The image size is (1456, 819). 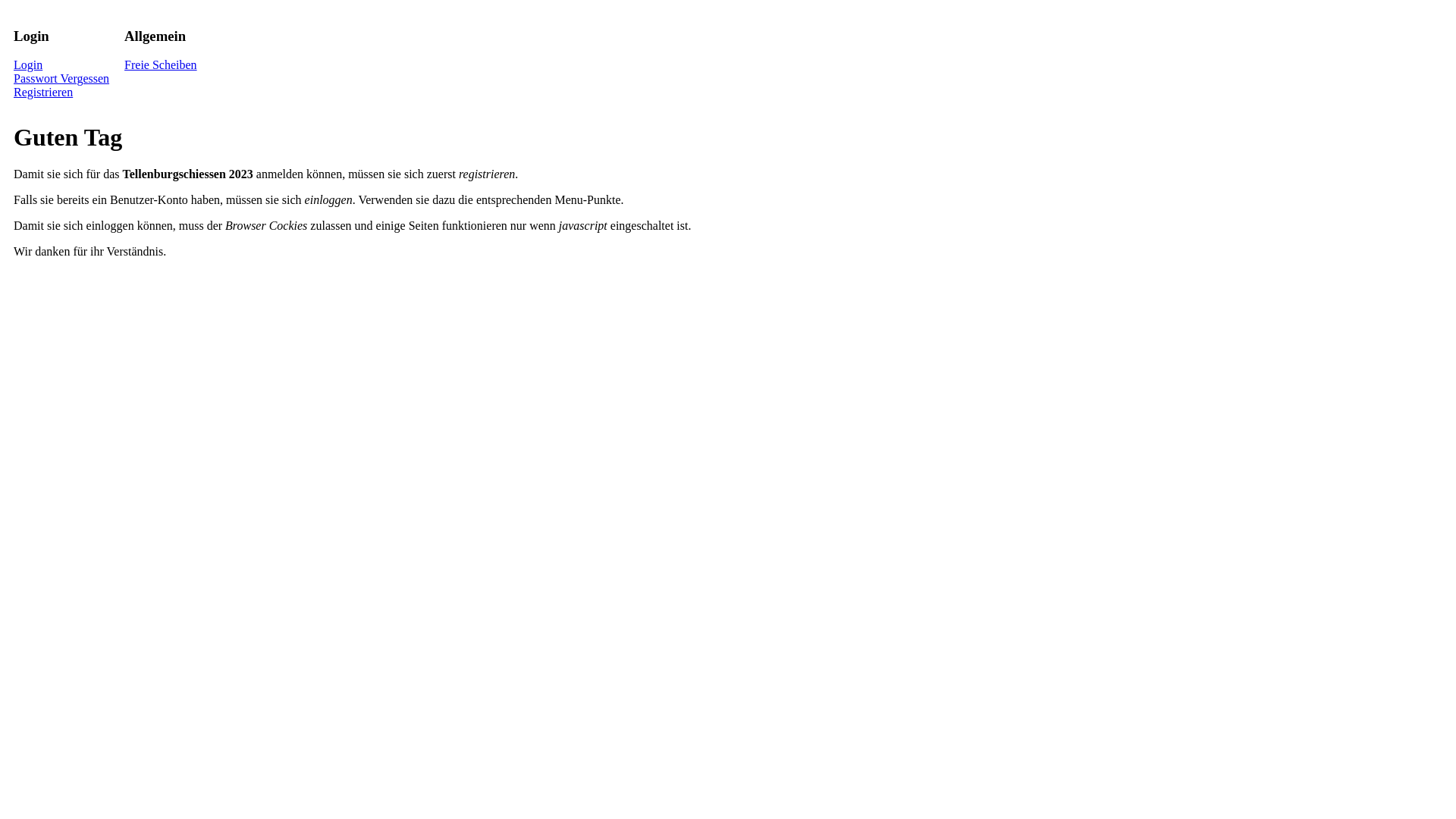 I want to click on 'Passwort Vergessen', so click(x=14, y=78).